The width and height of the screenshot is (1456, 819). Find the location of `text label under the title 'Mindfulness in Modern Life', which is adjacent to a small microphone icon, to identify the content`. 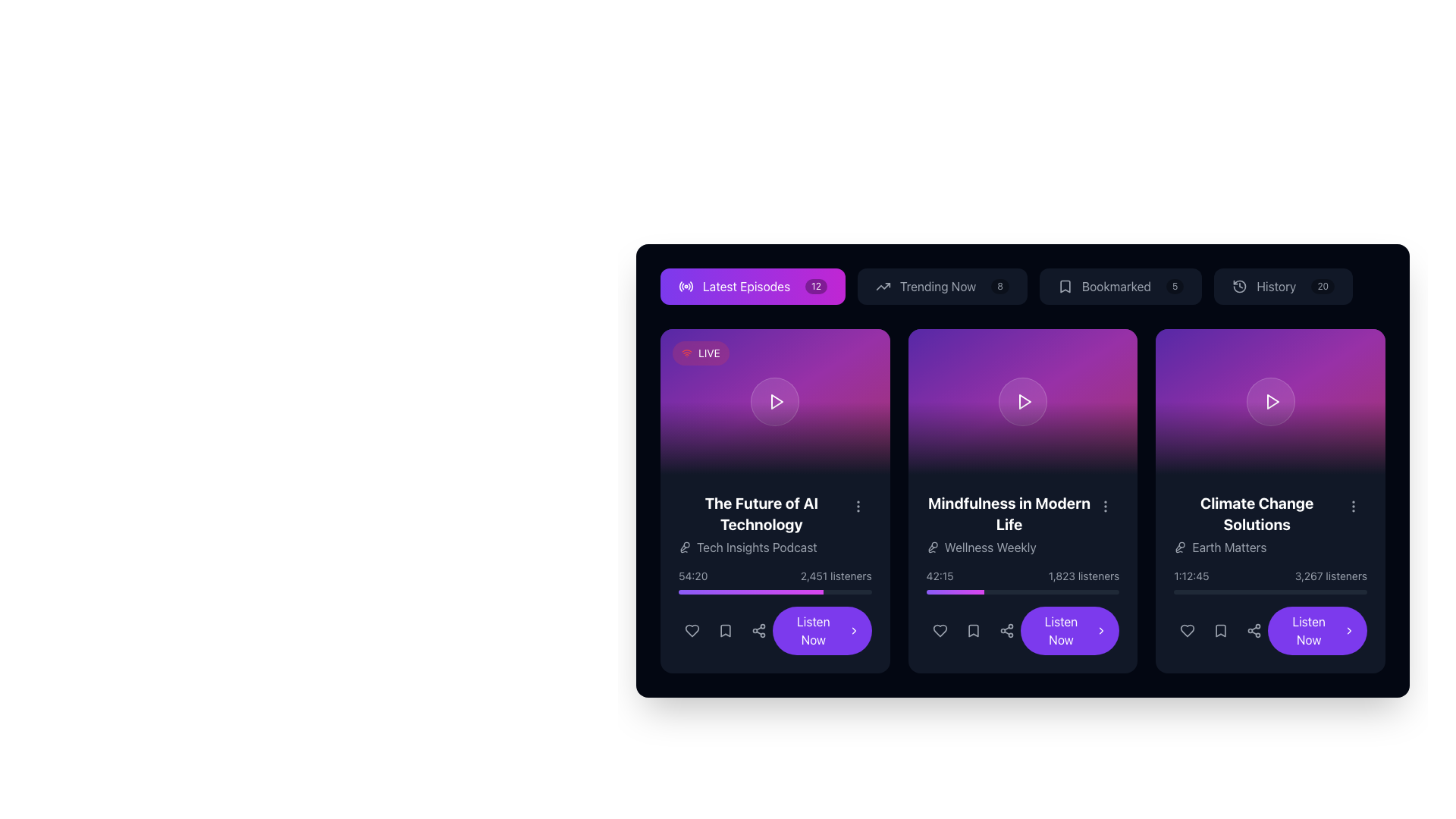

text label under the title 'Mindfulness in Modern Life', which is adjacent to a small microphone icon, to identify the content is located at coordinates (1009, 547).